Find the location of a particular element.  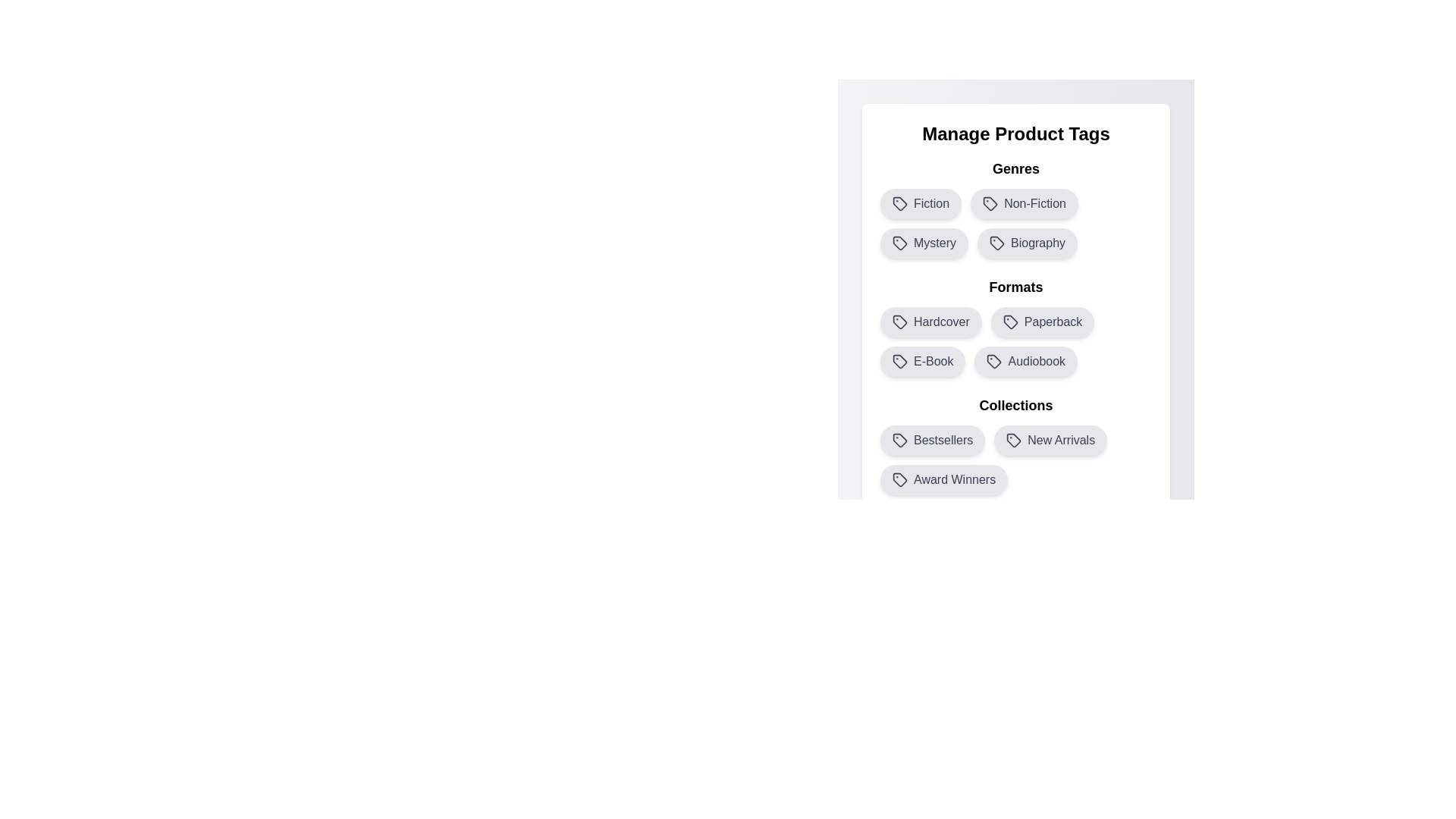

the button for selecting or toggling the 'Audiobook' tag located in the 'Formats' section of the 'Manage Product Tags' interface is located at coordinates (1026, 362).